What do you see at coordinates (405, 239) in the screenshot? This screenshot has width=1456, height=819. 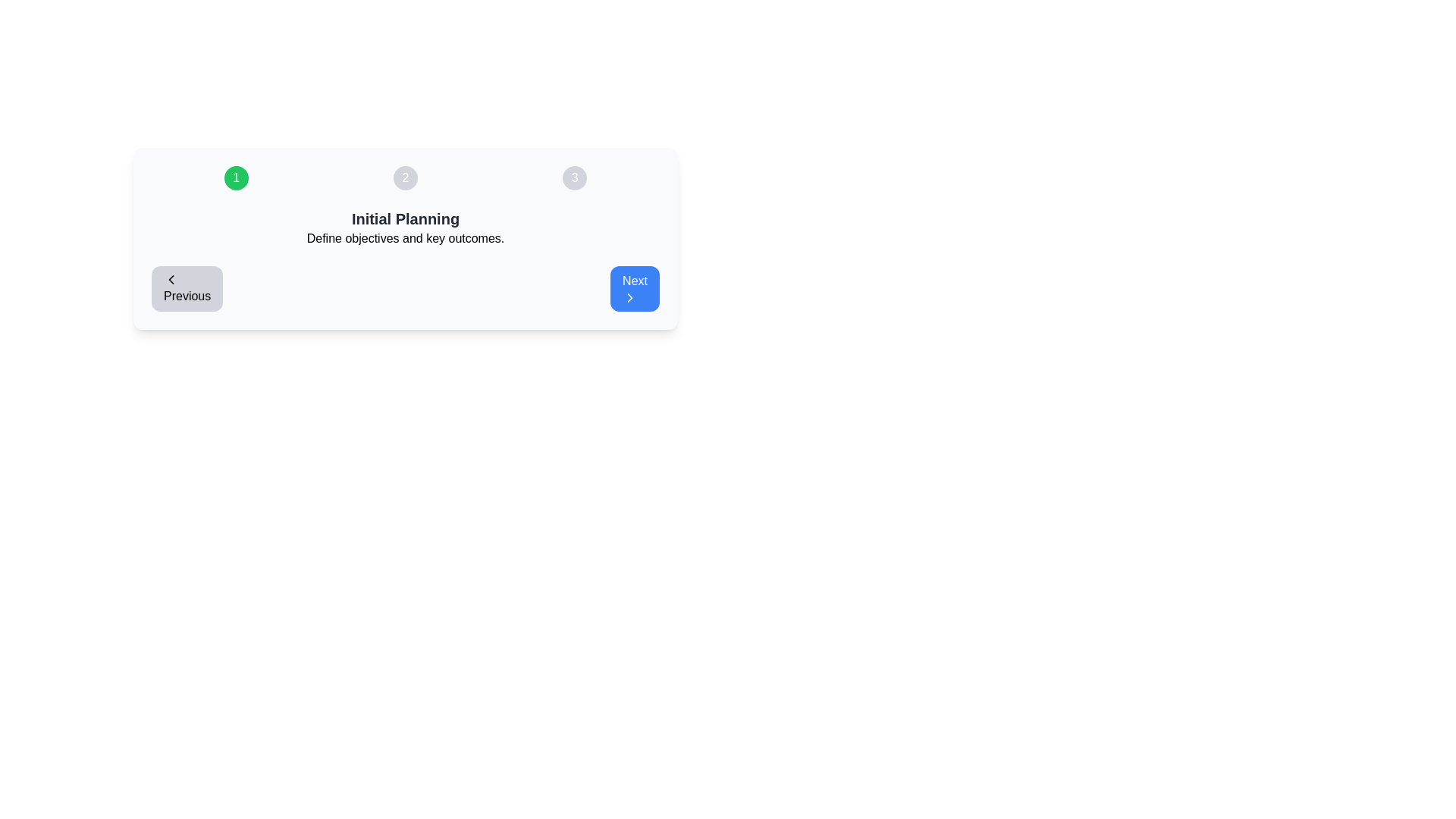 I see `the informative text element located below the 'Initial Planning' heading, which serves as a description for the current step in the process` at bounding box center [405, 239].